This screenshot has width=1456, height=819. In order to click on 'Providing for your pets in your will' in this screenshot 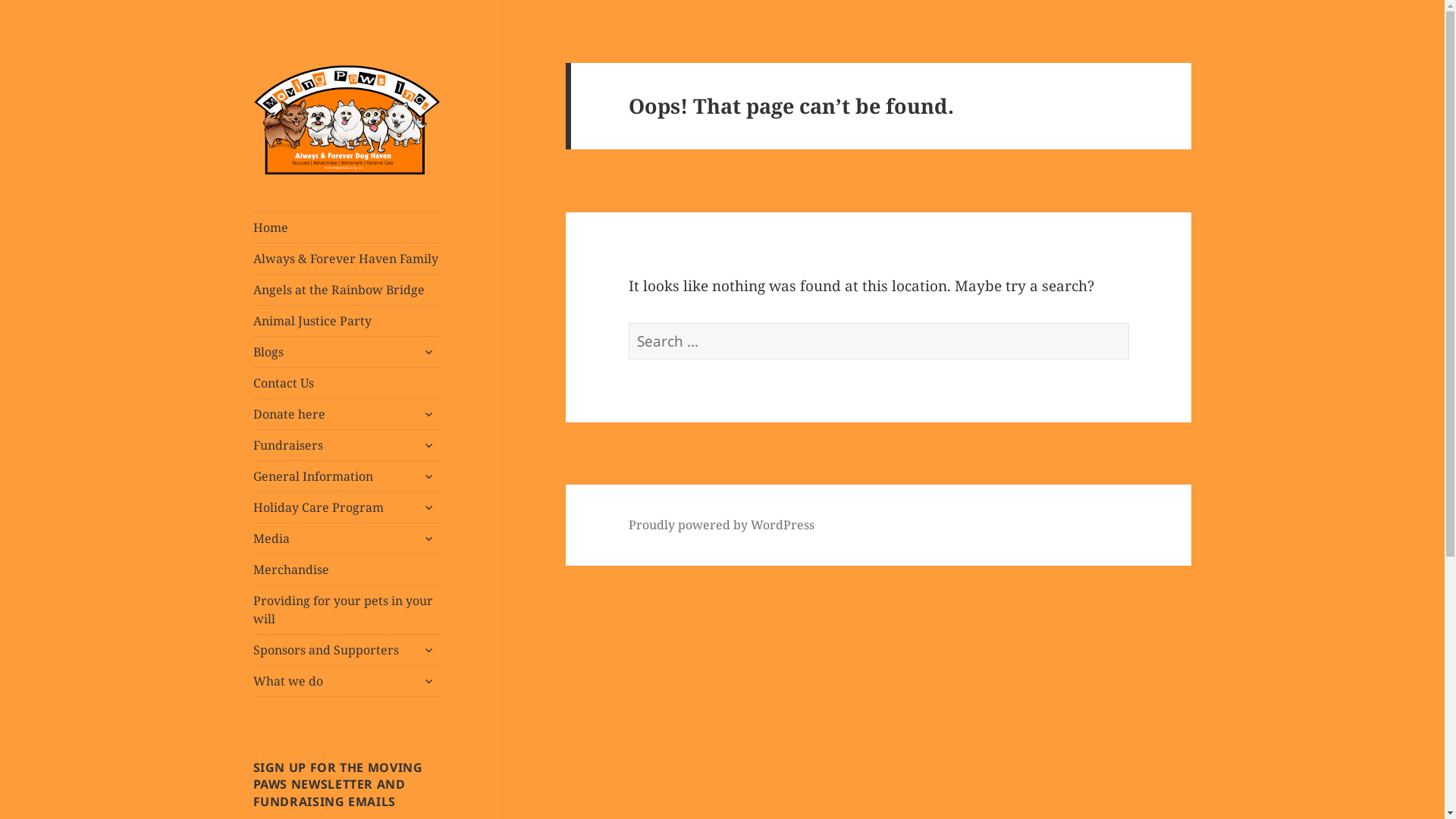, I will do `click(346, 608)`.